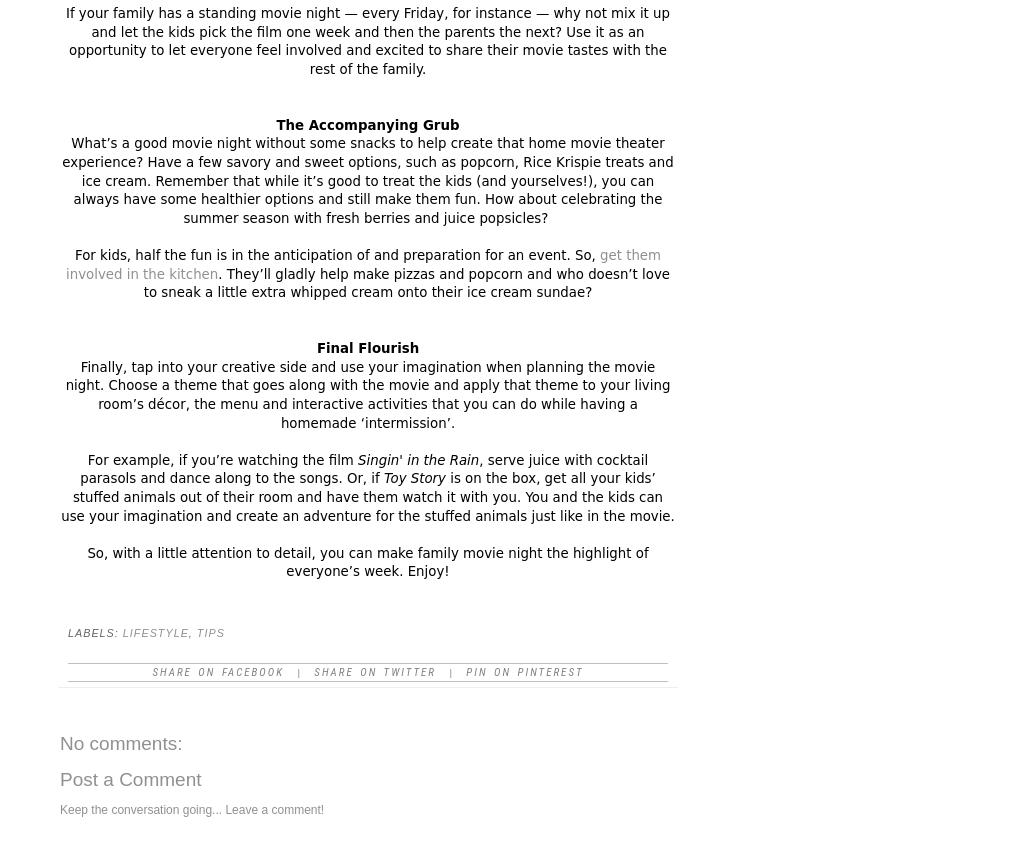  What do you see at coordinates (191, 633) in the screenshot?
I see `','` at bounding box center [191, 633].